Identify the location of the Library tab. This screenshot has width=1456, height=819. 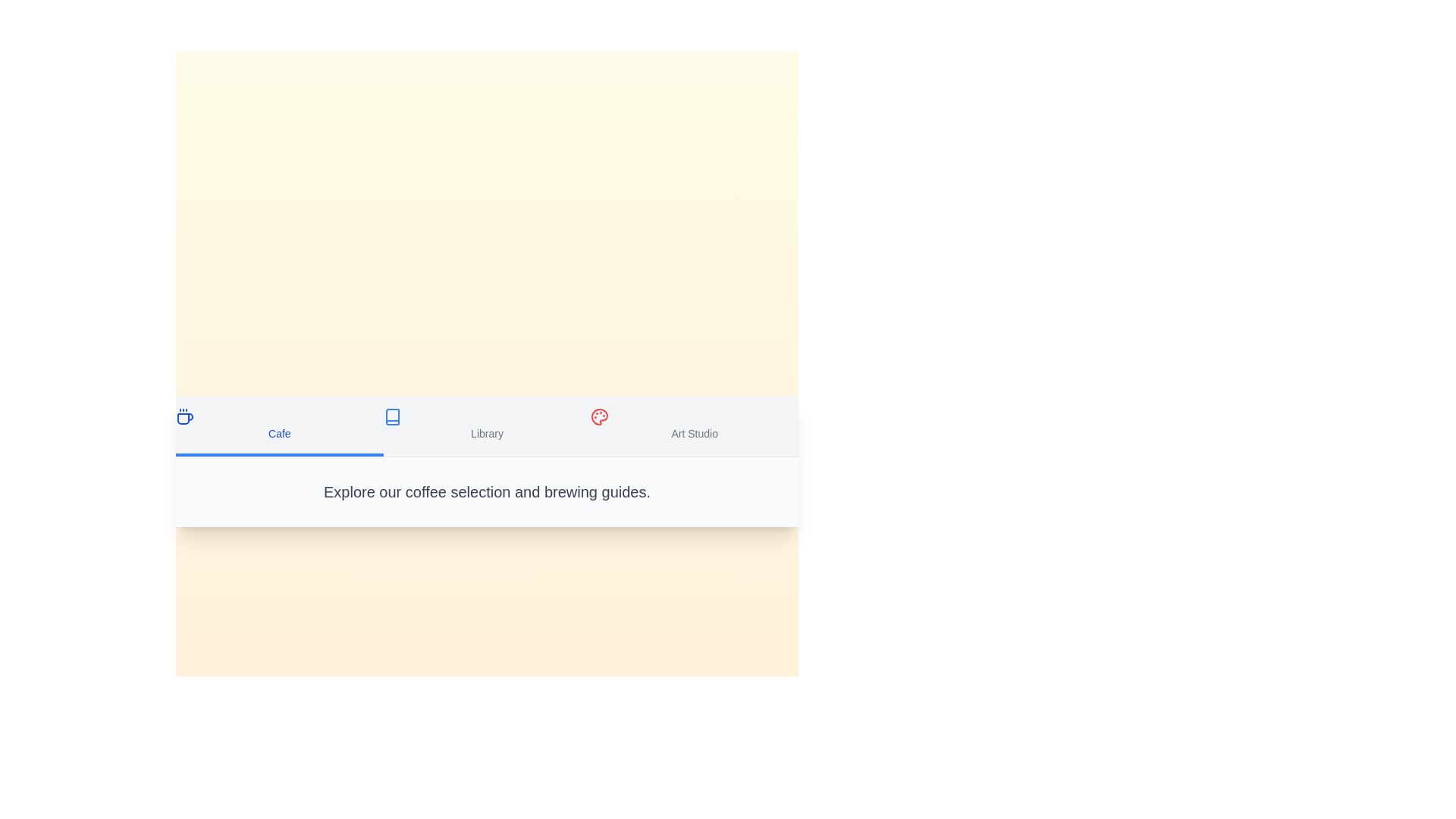
(487, 425).